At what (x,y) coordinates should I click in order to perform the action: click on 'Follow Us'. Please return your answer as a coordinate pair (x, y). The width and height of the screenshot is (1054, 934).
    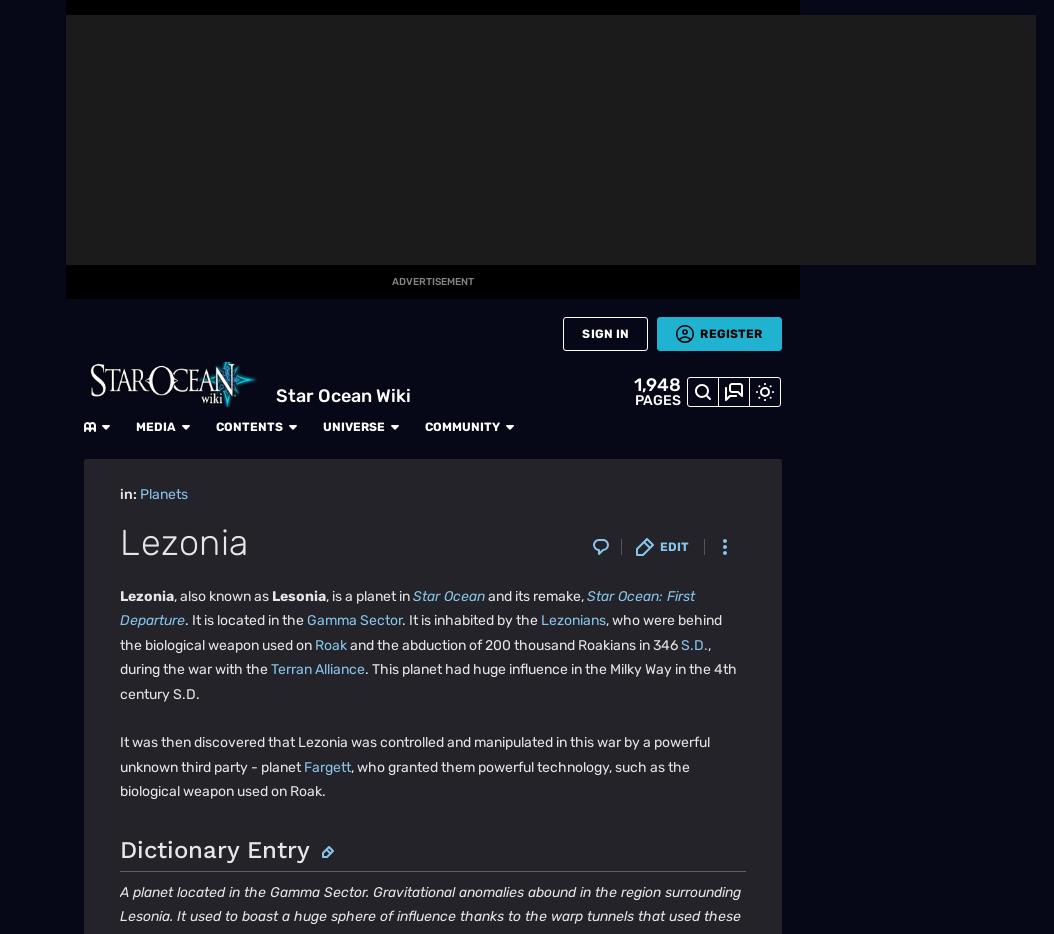
    Looking at the image, I should click on (83, 764).